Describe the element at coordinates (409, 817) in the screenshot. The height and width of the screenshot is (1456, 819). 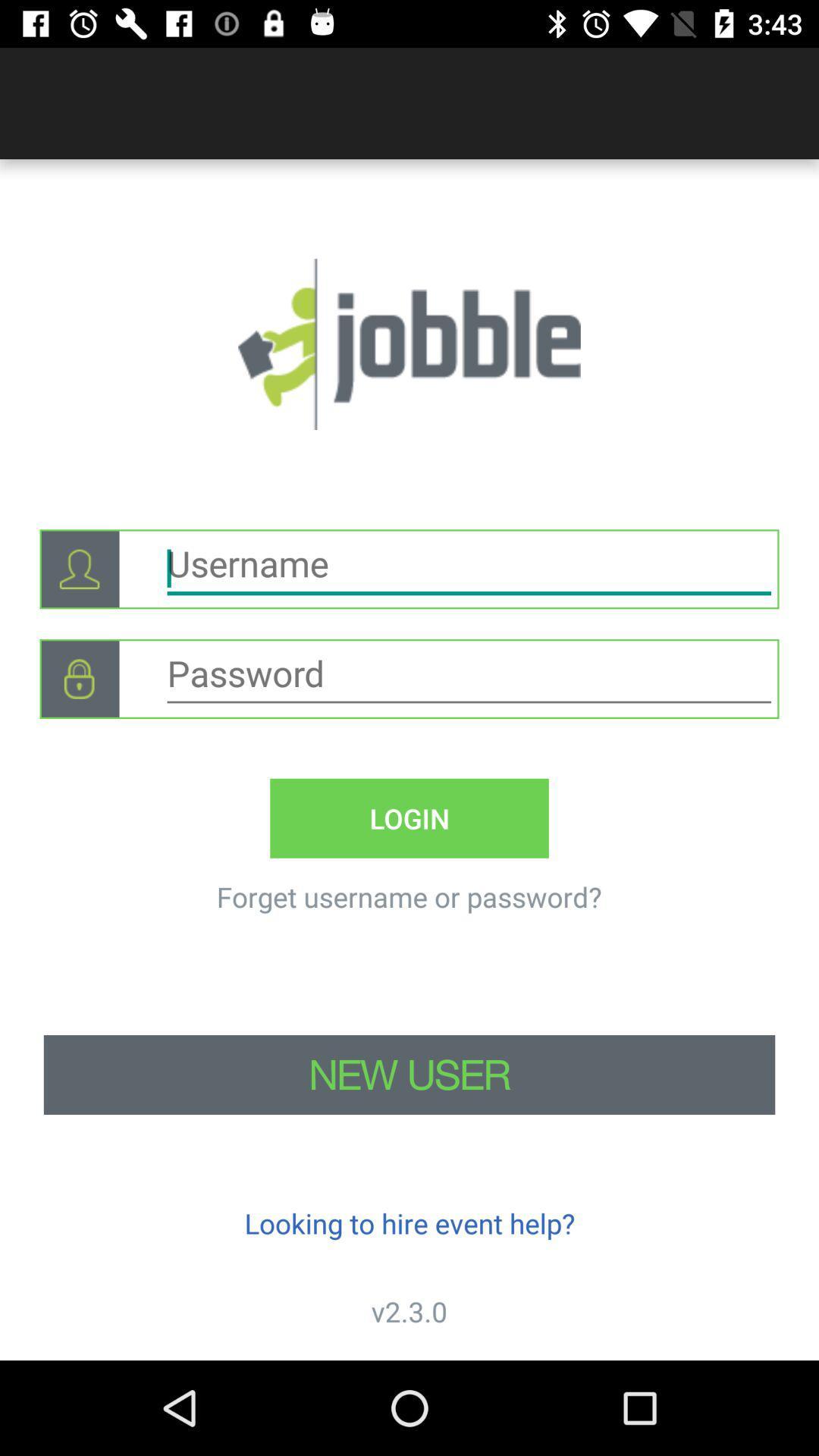
I see `the login item` at that location.